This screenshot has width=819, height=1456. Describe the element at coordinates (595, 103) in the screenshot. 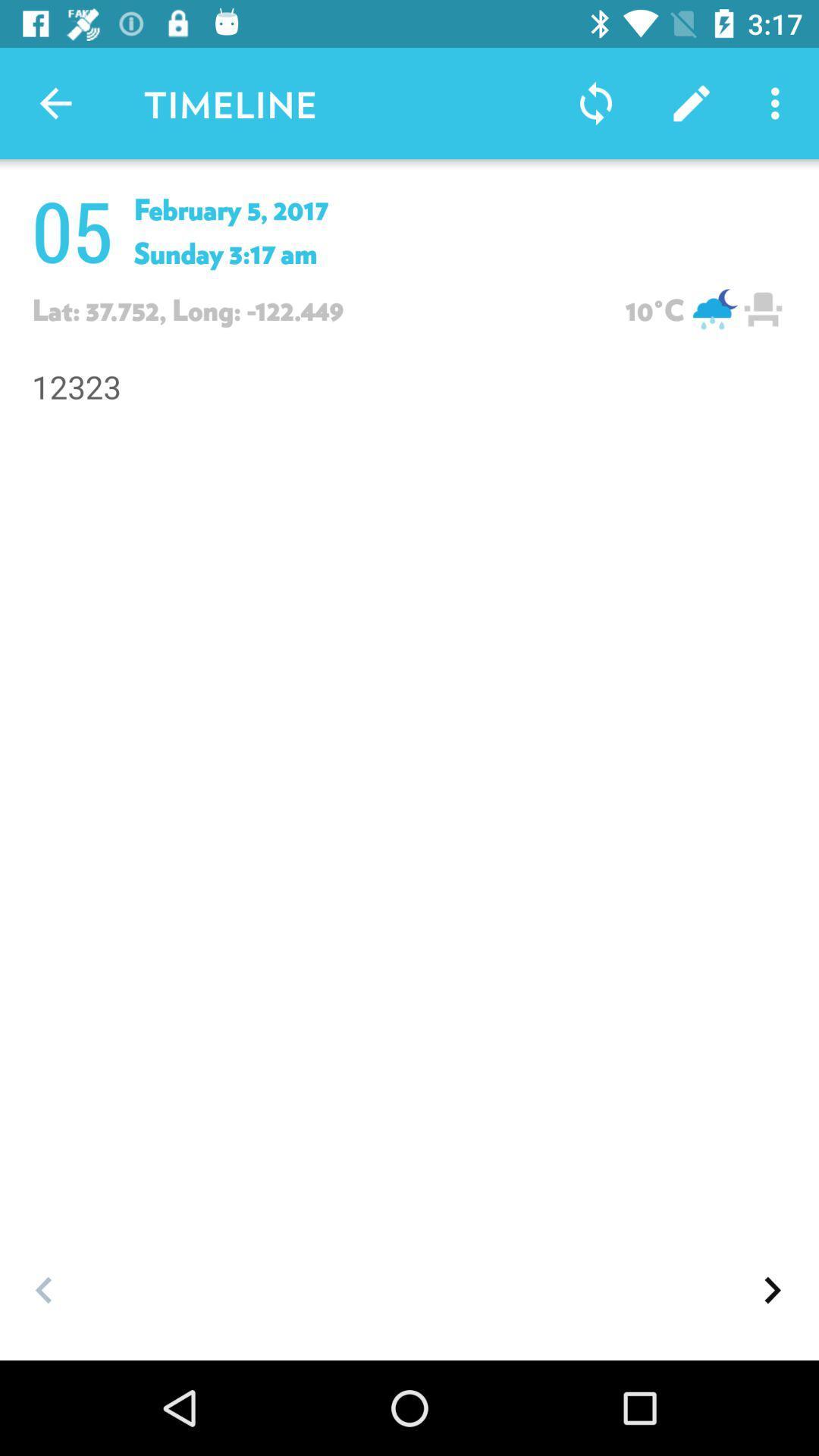

I see `the sync on the right side hand` at that location.